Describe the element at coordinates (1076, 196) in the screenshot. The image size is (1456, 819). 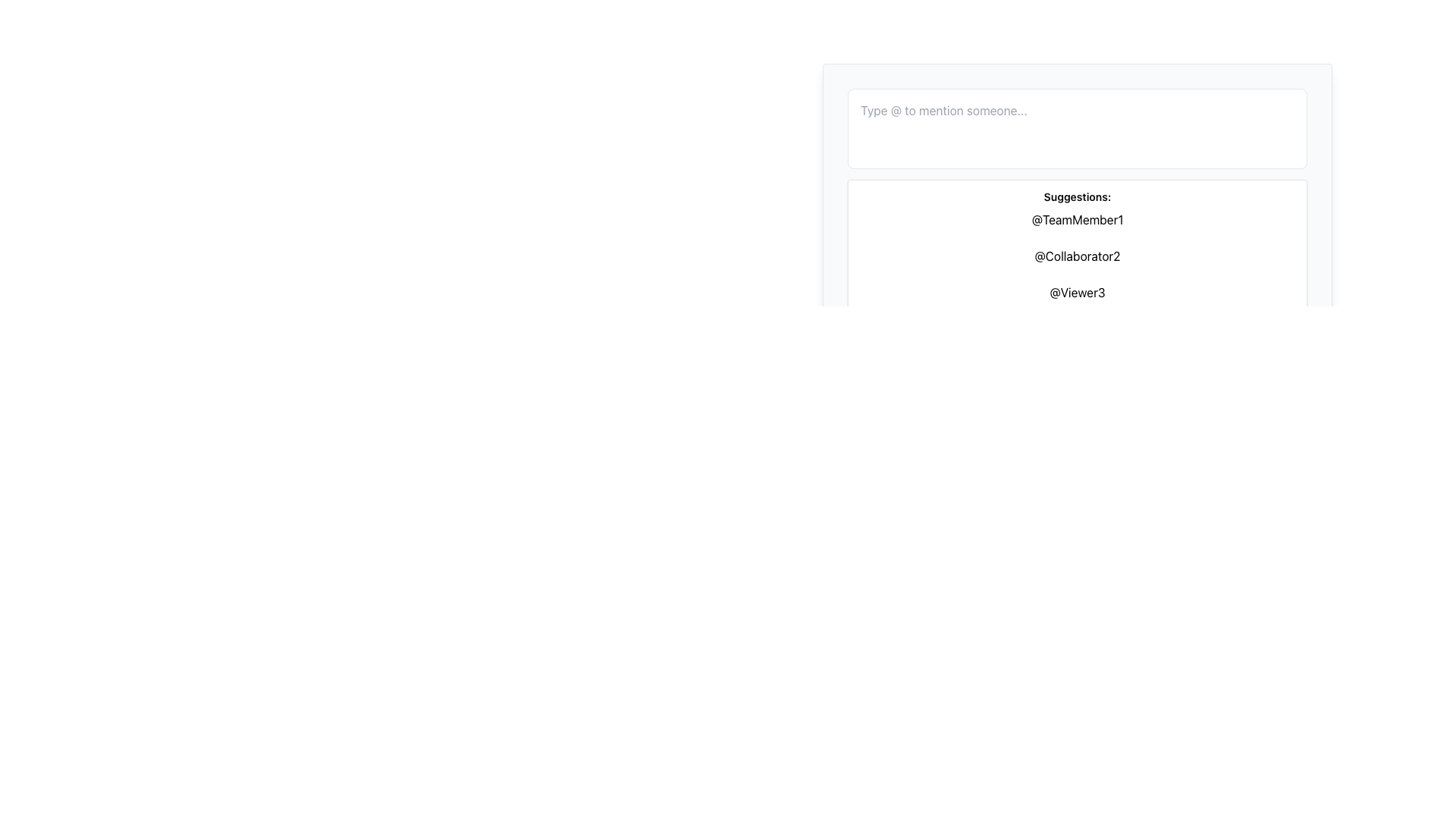
I see `the static text label indicating the purpose of the dropdown for suggestions, which is positioned above the interactive suggestions list` at that location.